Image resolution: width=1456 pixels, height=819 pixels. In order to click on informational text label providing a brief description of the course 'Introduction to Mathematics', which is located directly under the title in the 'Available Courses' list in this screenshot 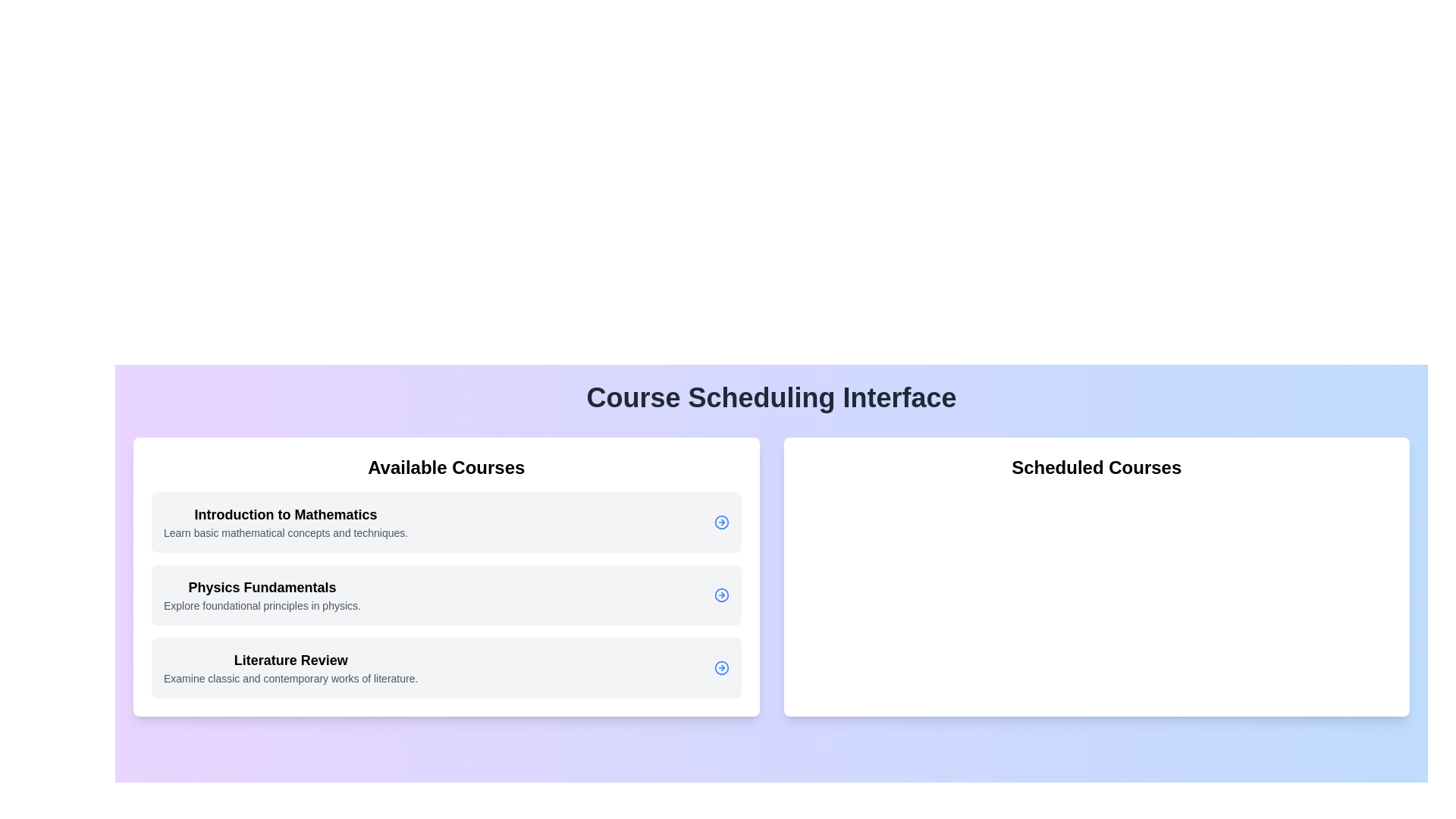, I will do `click(286, 532)`.